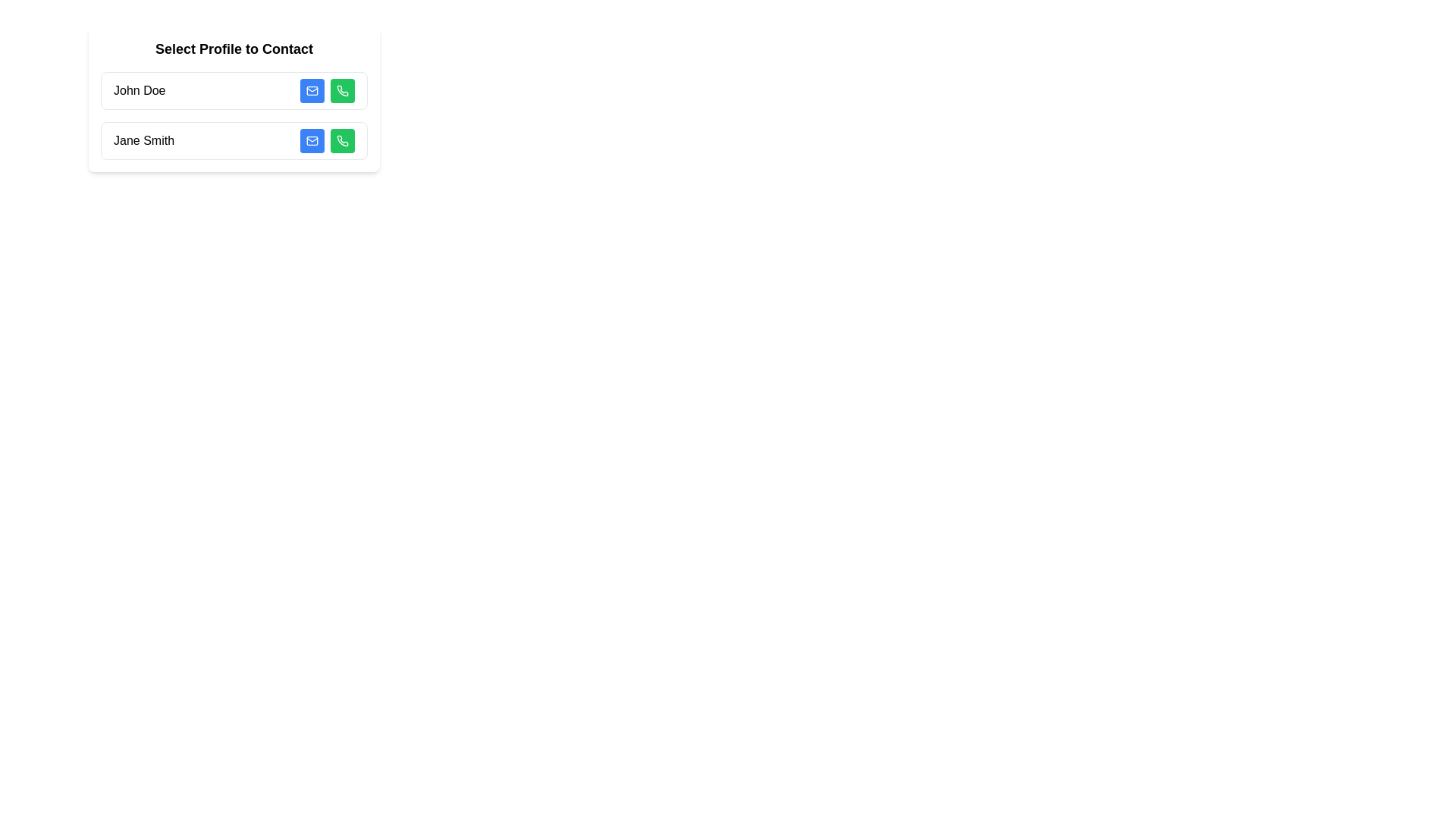 The height and width of the screenshot is (819, 1456). I want to click on the 'Jane Smith' label in the second profile card of the 'Select Profile to Contact' section, which is positioned above two interactive buttons, so click(144, 140).